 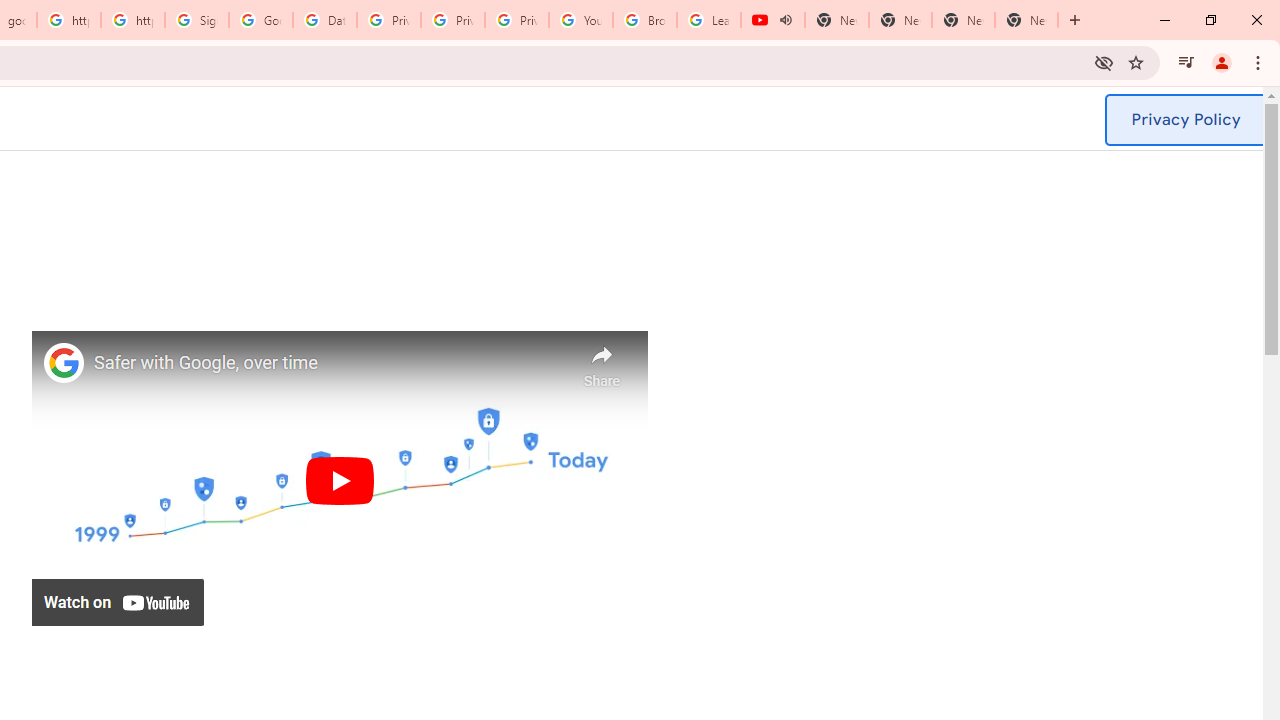 I want to click on 'Browse Chrome as a guest - Computer - Google Chrome Help', so click(x=645, y=20).